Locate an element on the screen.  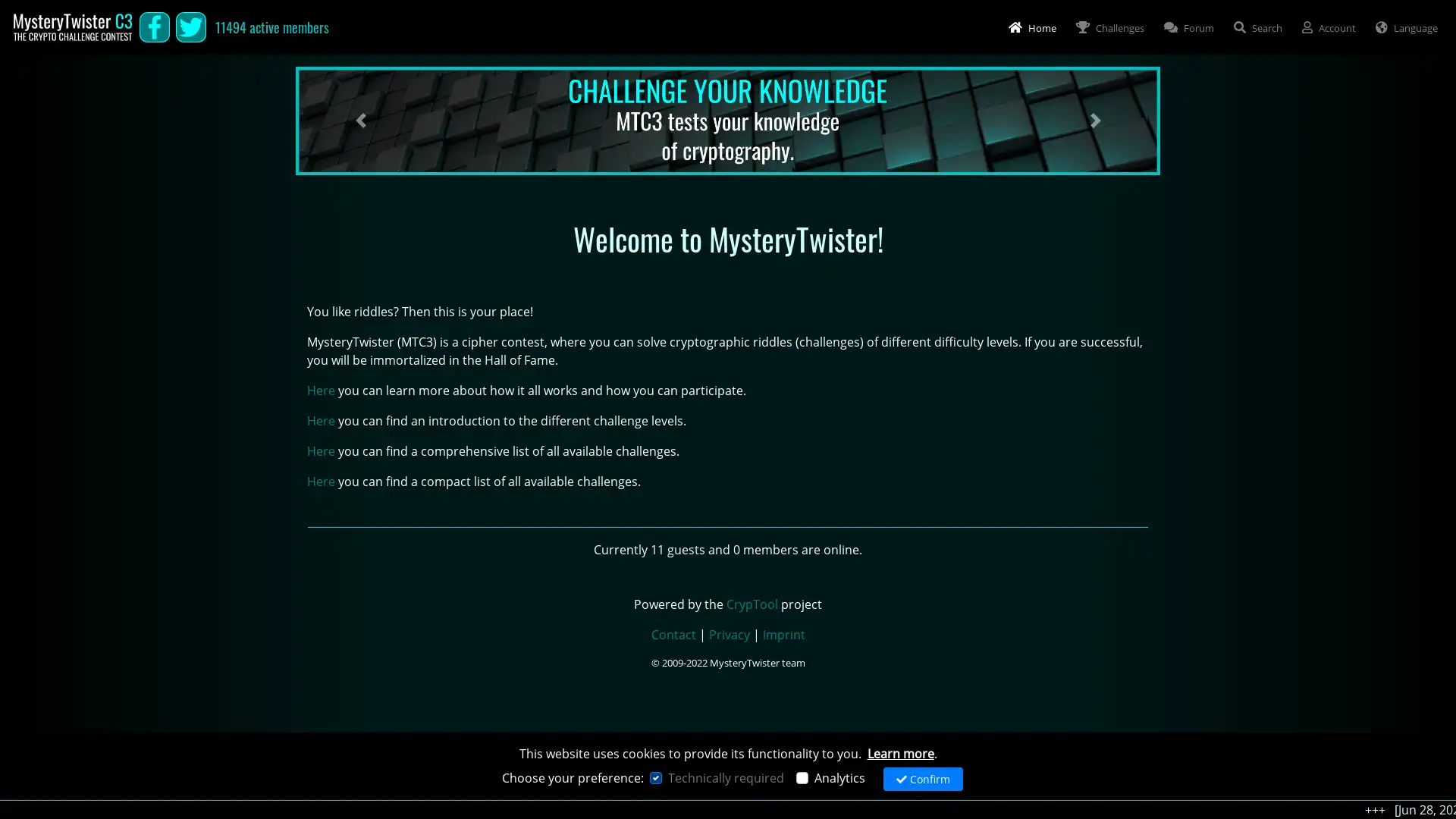
Next is located at coordinates (1095, 119).